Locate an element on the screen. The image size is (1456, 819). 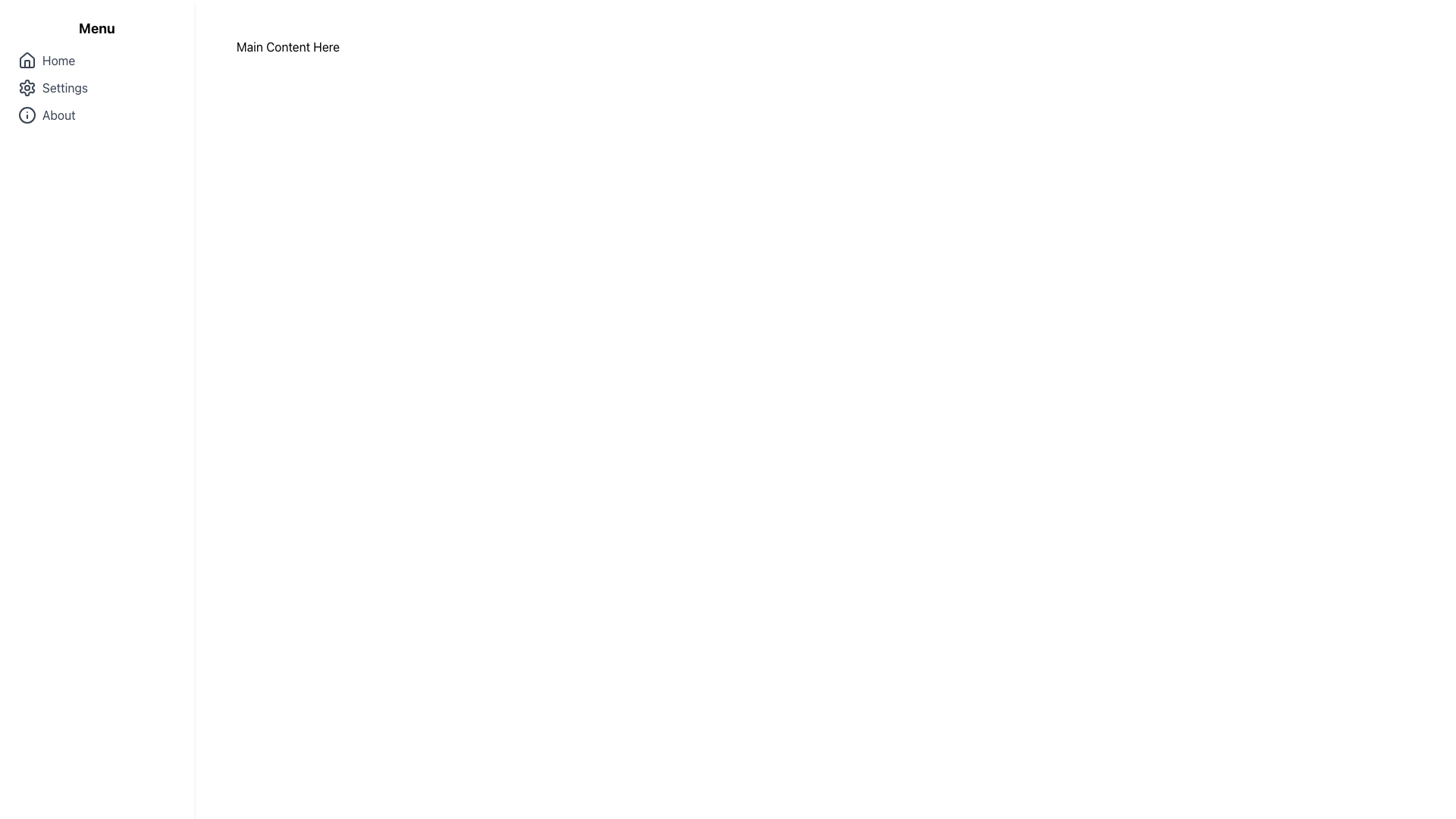
the vertical rectangular shape within the house-shaped icon in the side navigation is located at coordinates (27, 63).